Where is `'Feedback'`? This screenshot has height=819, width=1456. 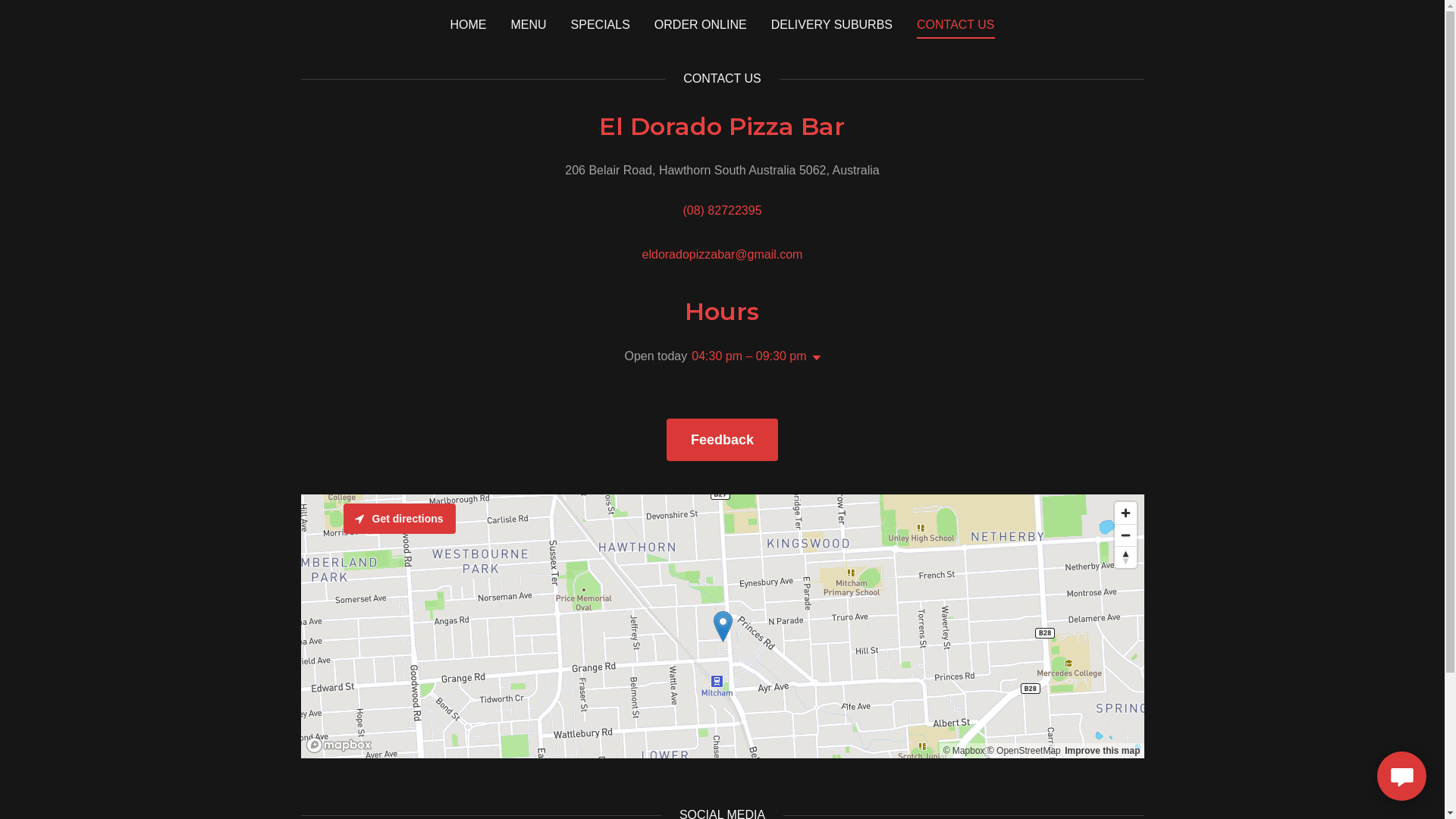
'Feedback' is located at coordinates (666, 439).